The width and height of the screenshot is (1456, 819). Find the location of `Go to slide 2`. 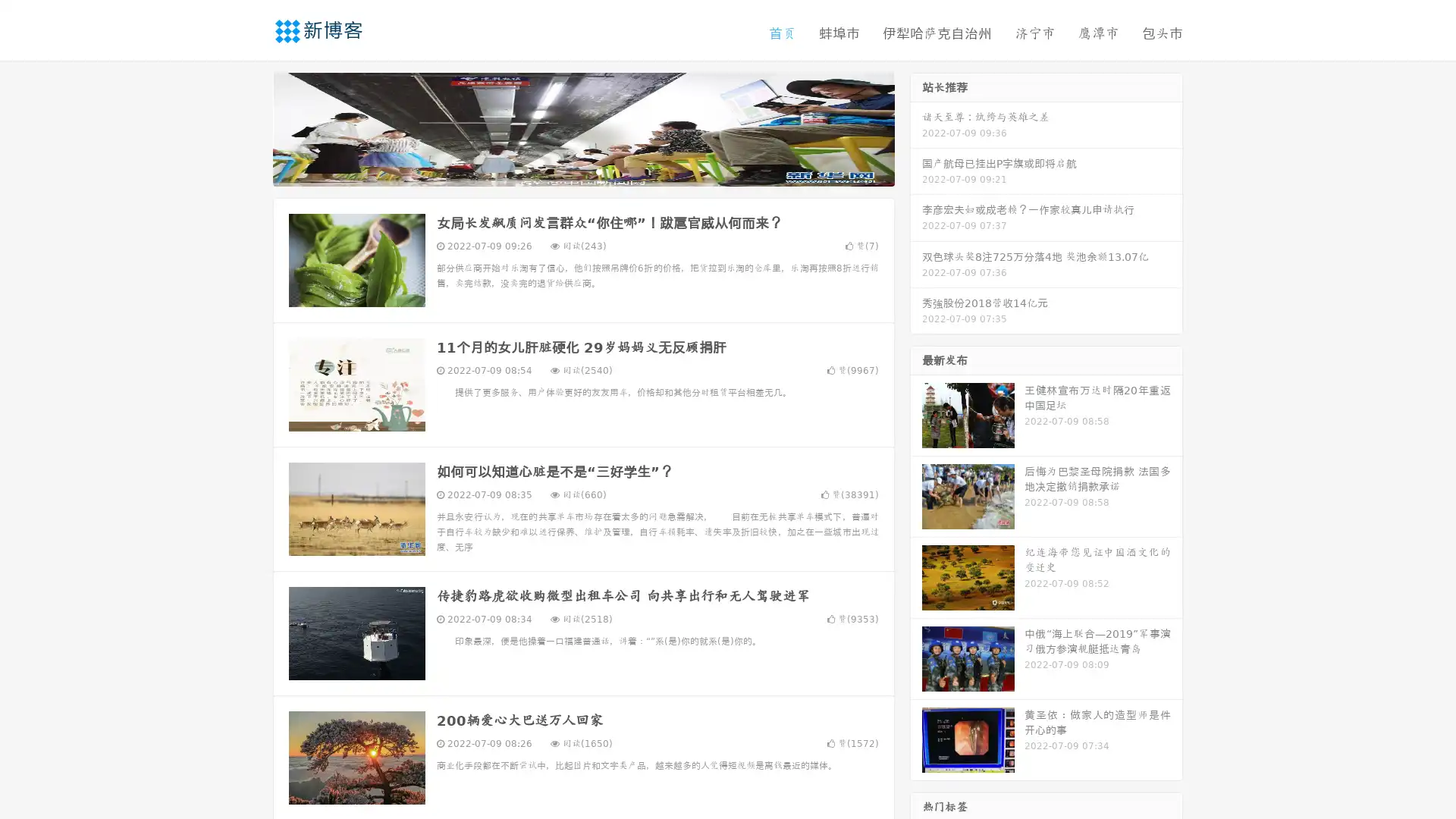

Go to slide 2 is located at coordinates (582, 171).